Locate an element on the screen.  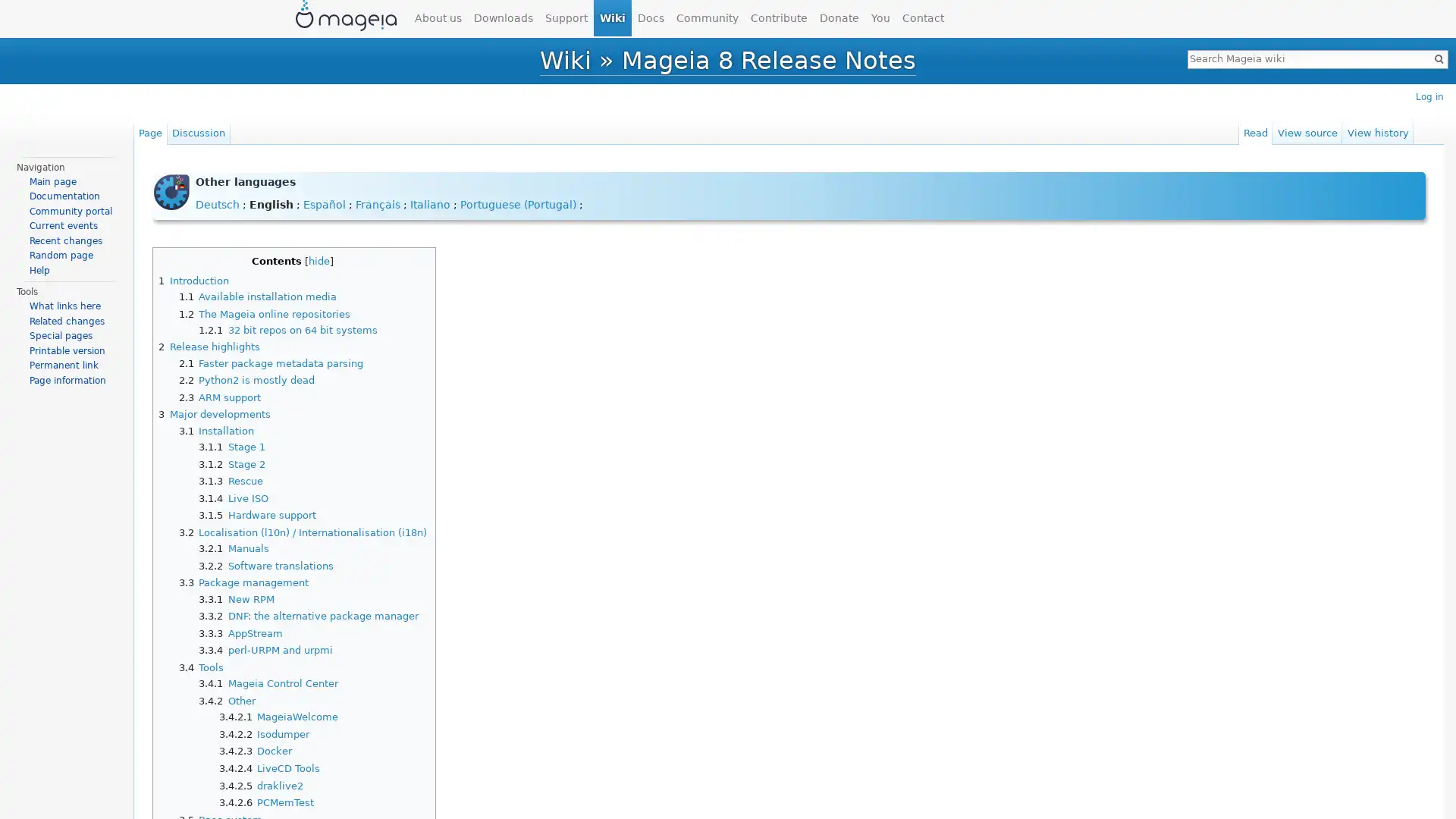
Go is located at coordinates (1438, 58).